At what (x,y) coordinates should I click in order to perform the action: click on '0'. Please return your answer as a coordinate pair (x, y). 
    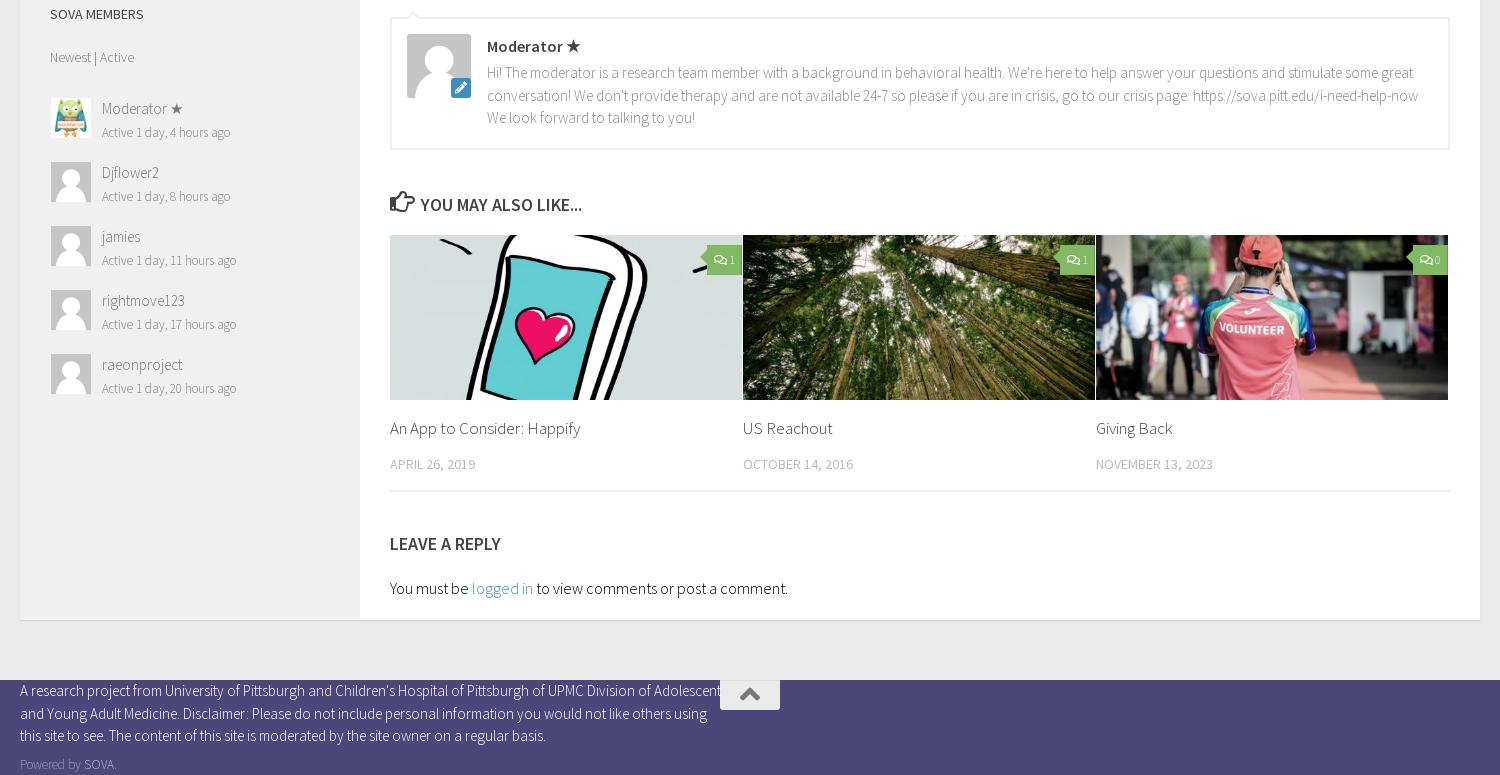
    Looking at the image, I should click on (1437, 257).